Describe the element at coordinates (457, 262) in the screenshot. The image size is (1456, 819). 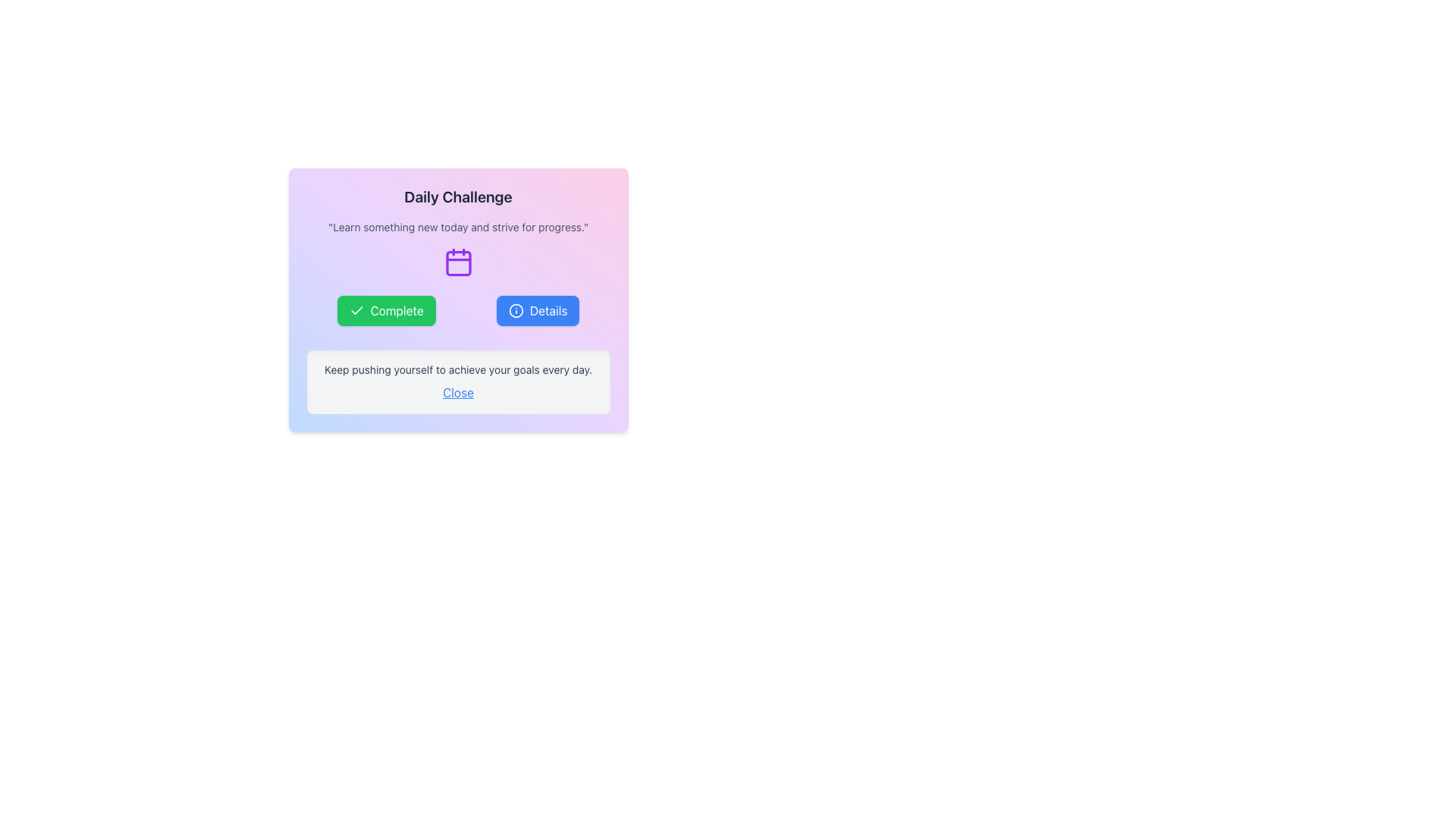
I see `the rounded rectangular area inside the purple calendar icon, which serves as the main body of the calendar graphic` at that location.